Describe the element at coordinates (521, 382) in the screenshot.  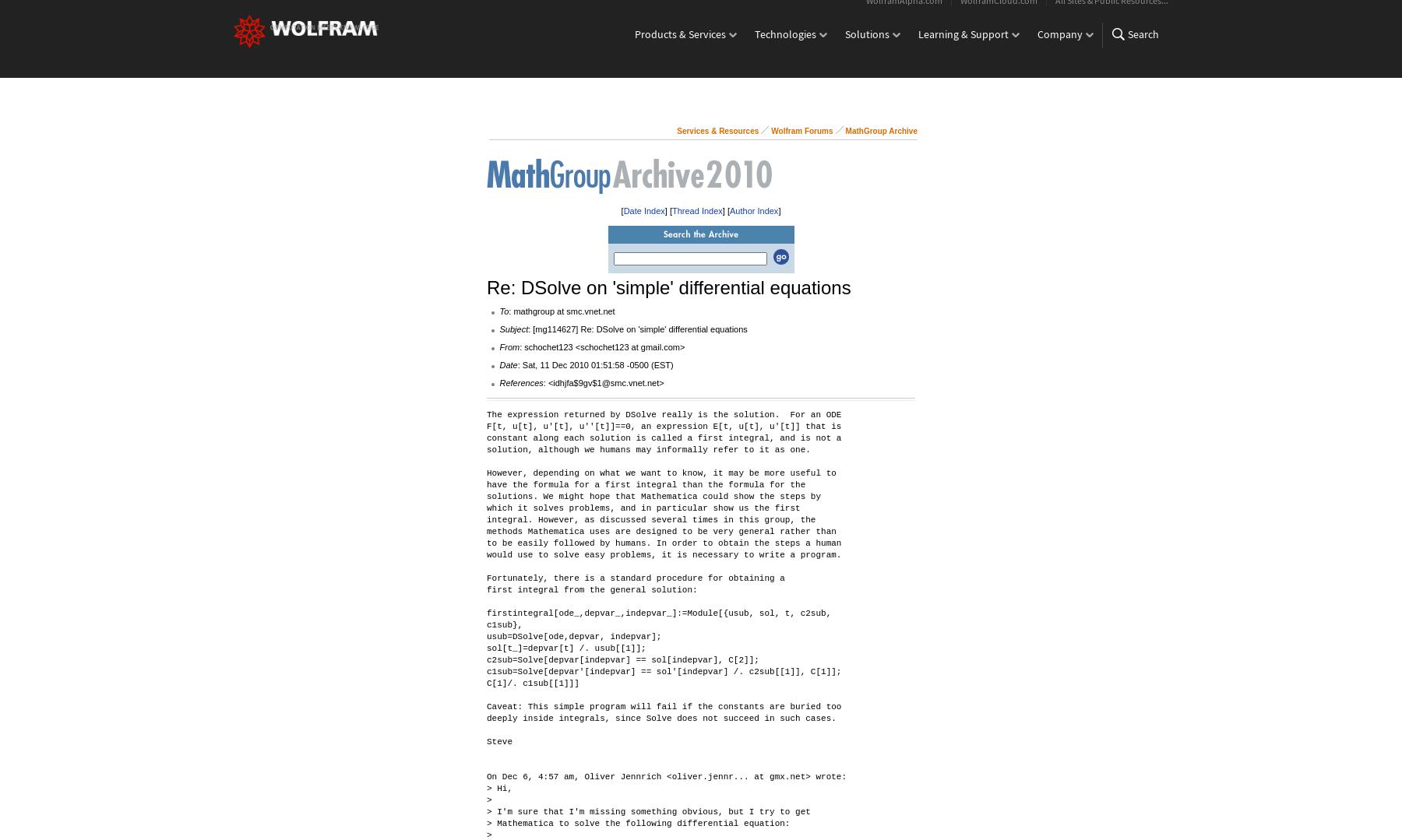
I see `'References'` at that location.